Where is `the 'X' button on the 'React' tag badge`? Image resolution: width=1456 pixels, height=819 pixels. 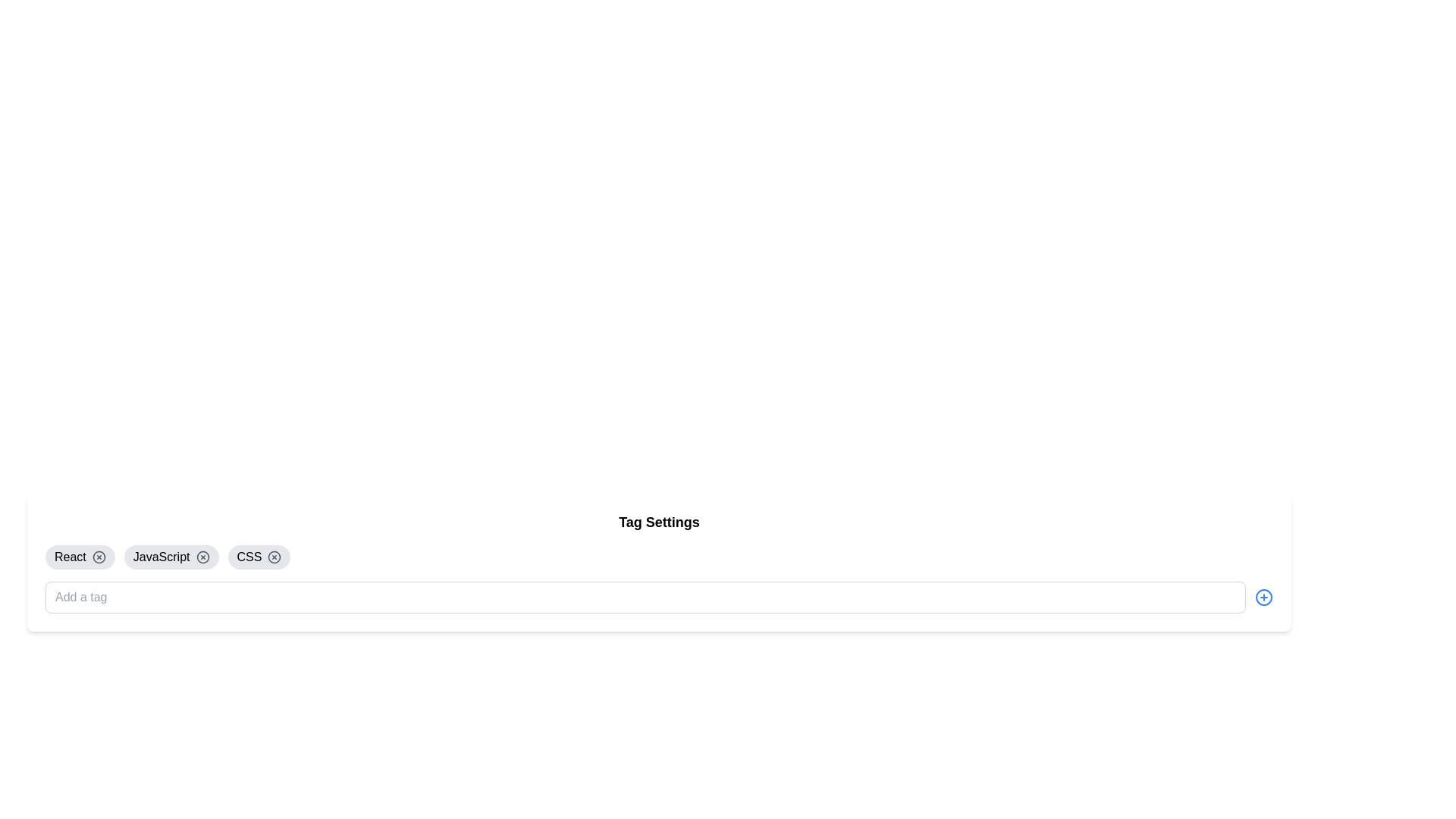 the 'X' button on the 'React' tag badge is located at coordinates (79, 557).